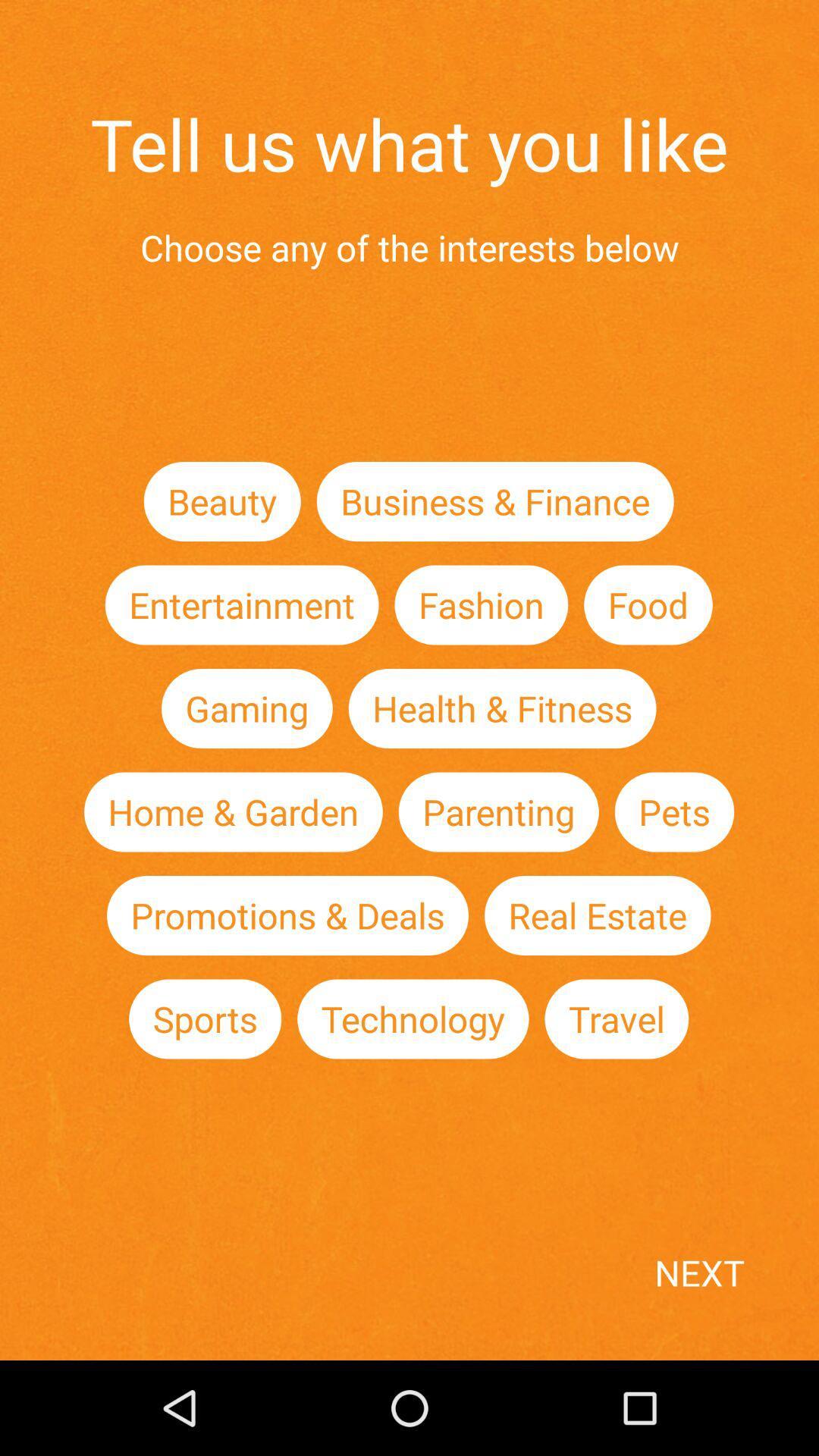  Describe the element at coordinates (673, 811) in the screenshot. I see `item next to parenting` at that location.